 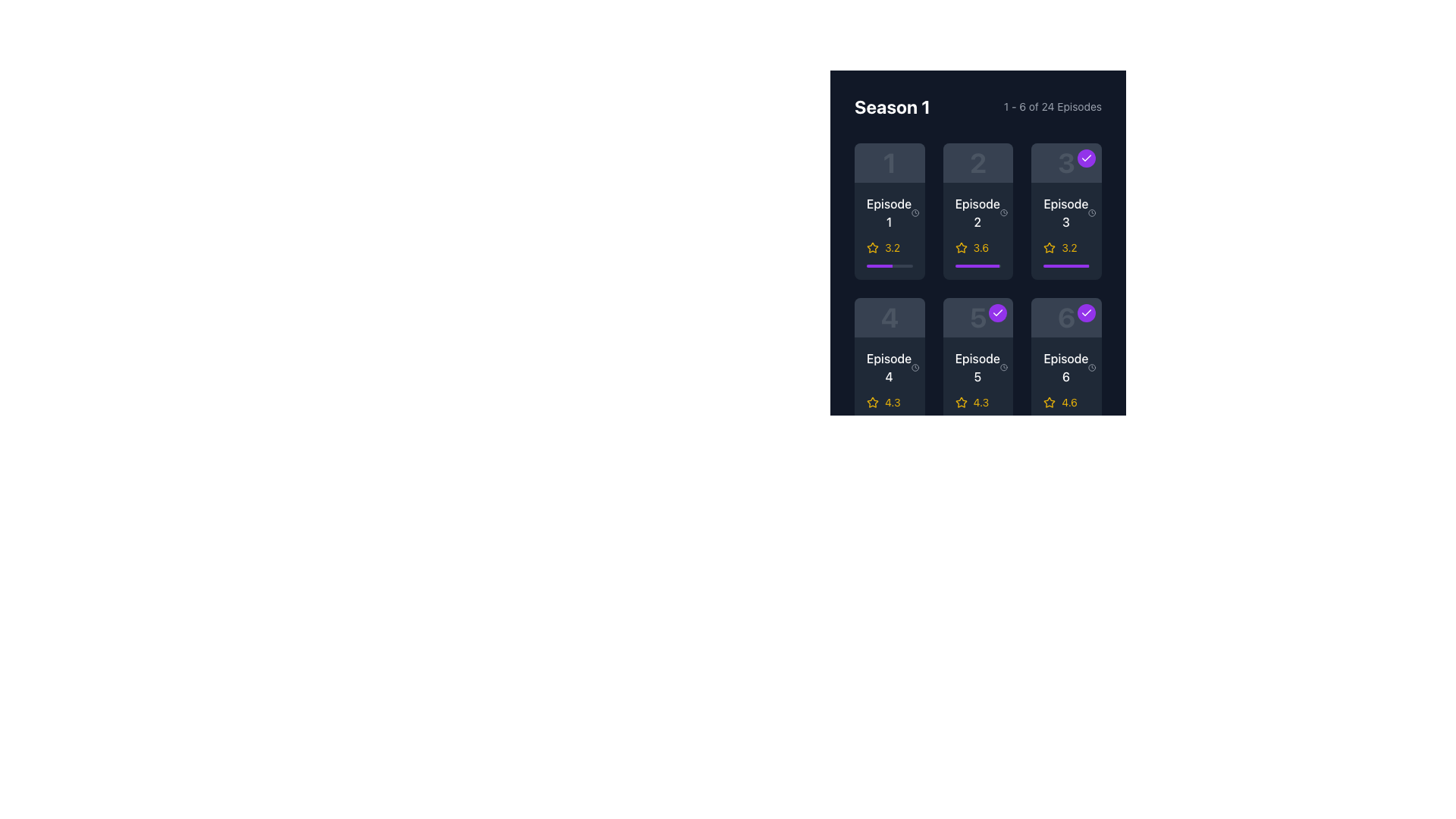 I want to click on the circular graphical element representing the base of the clock icon located in the 'Episode 2' card in the grid layout, so click(x=1004, y=213).